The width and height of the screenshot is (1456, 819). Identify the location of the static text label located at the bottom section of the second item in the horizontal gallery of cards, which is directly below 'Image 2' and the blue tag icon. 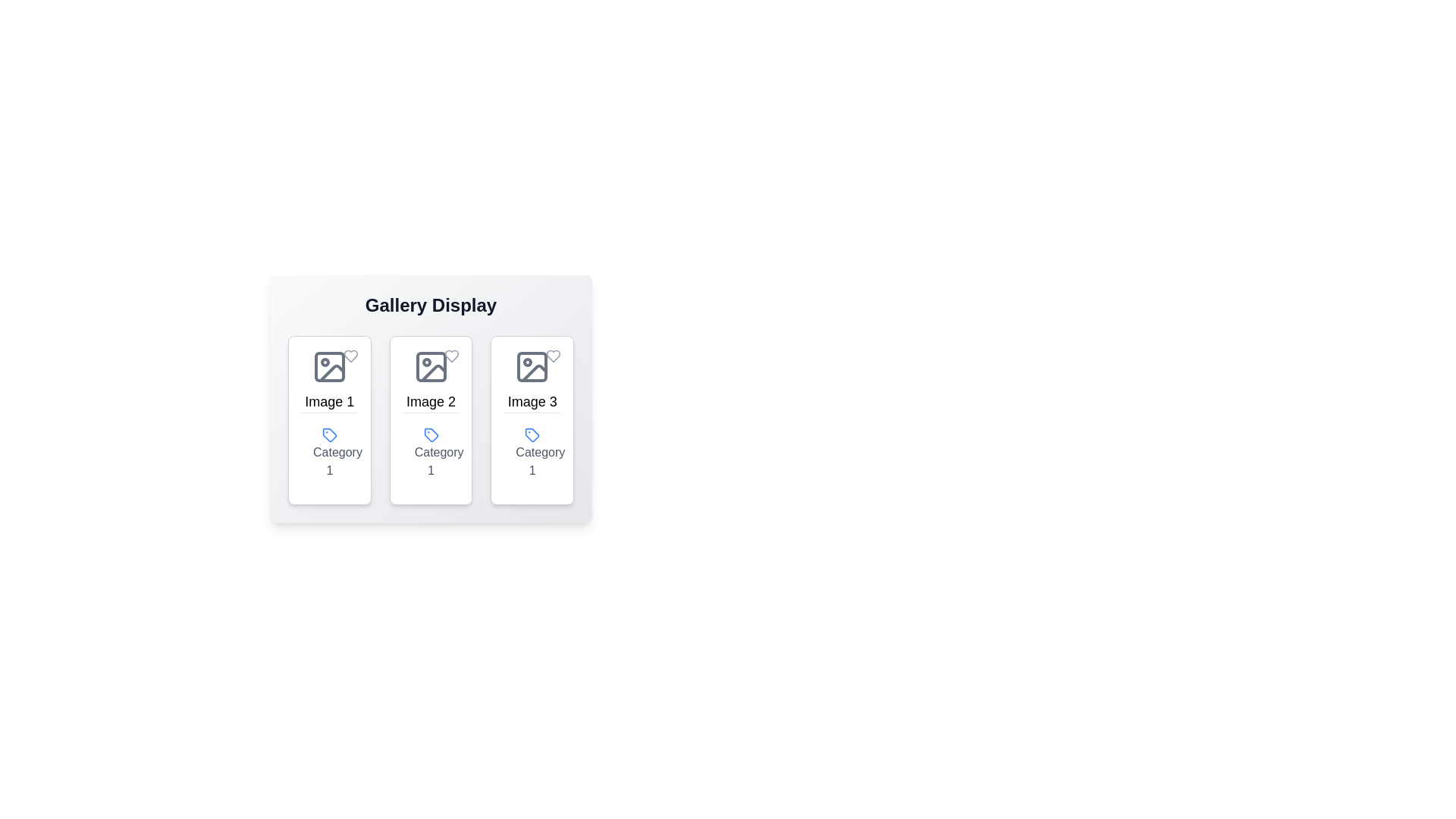
(430, 451).